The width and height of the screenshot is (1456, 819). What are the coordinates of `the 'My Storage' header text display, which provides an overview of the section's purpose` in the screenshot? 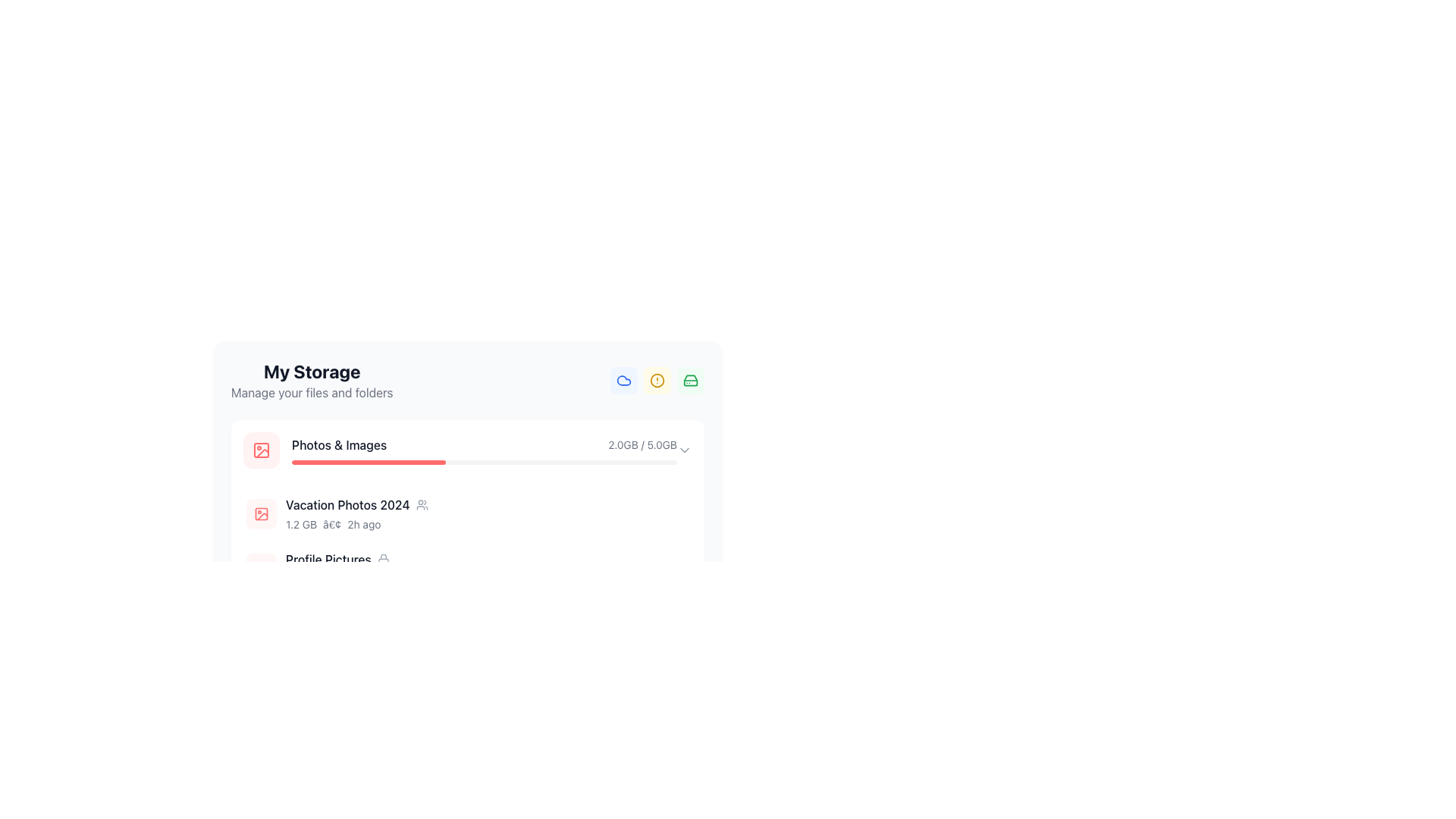 It's located at (311, 379).